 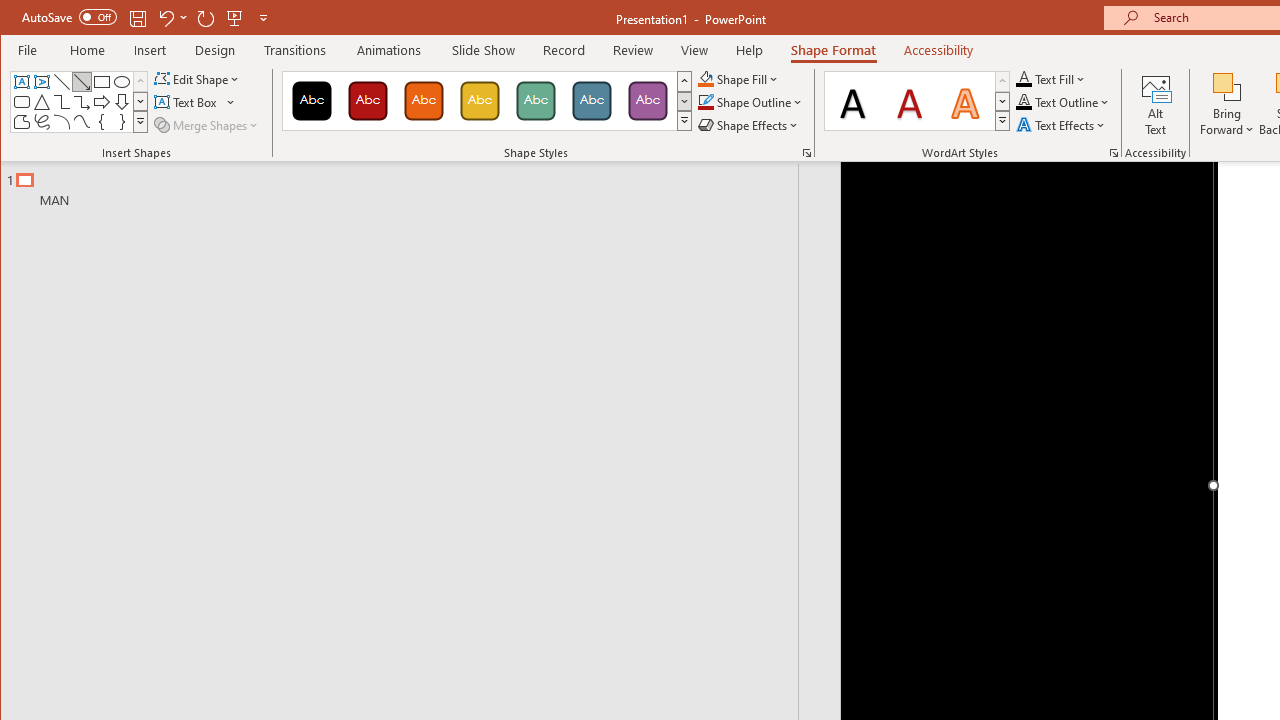 What do you see at coordinates (198, 78) in the screenshot?
I see `'Edit Shape'` at bounding box center [198, 78].